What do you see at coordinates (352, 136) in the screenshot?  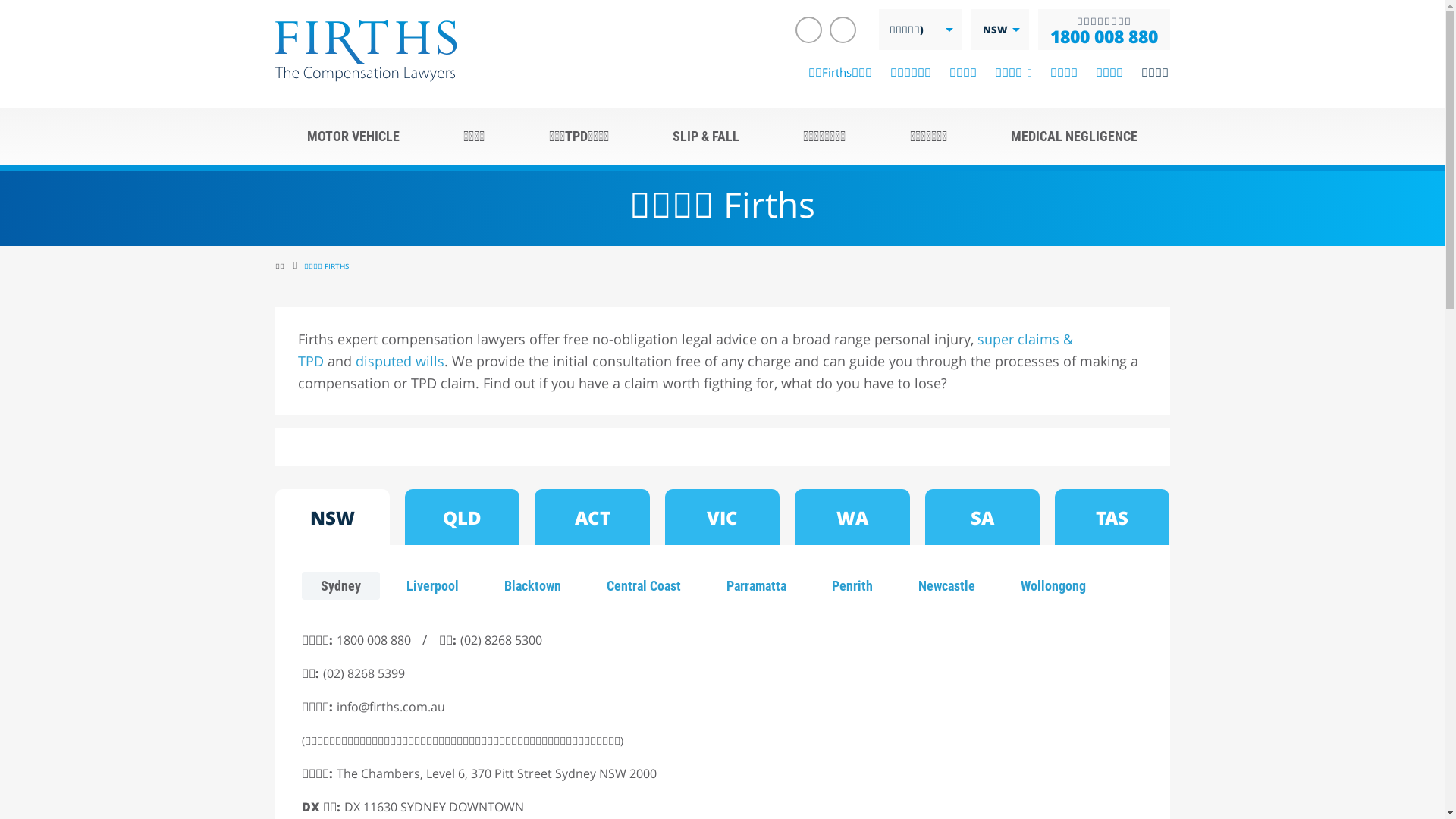 I see `'MOTOR VEHICLE'` at bounding box center [352, 136].